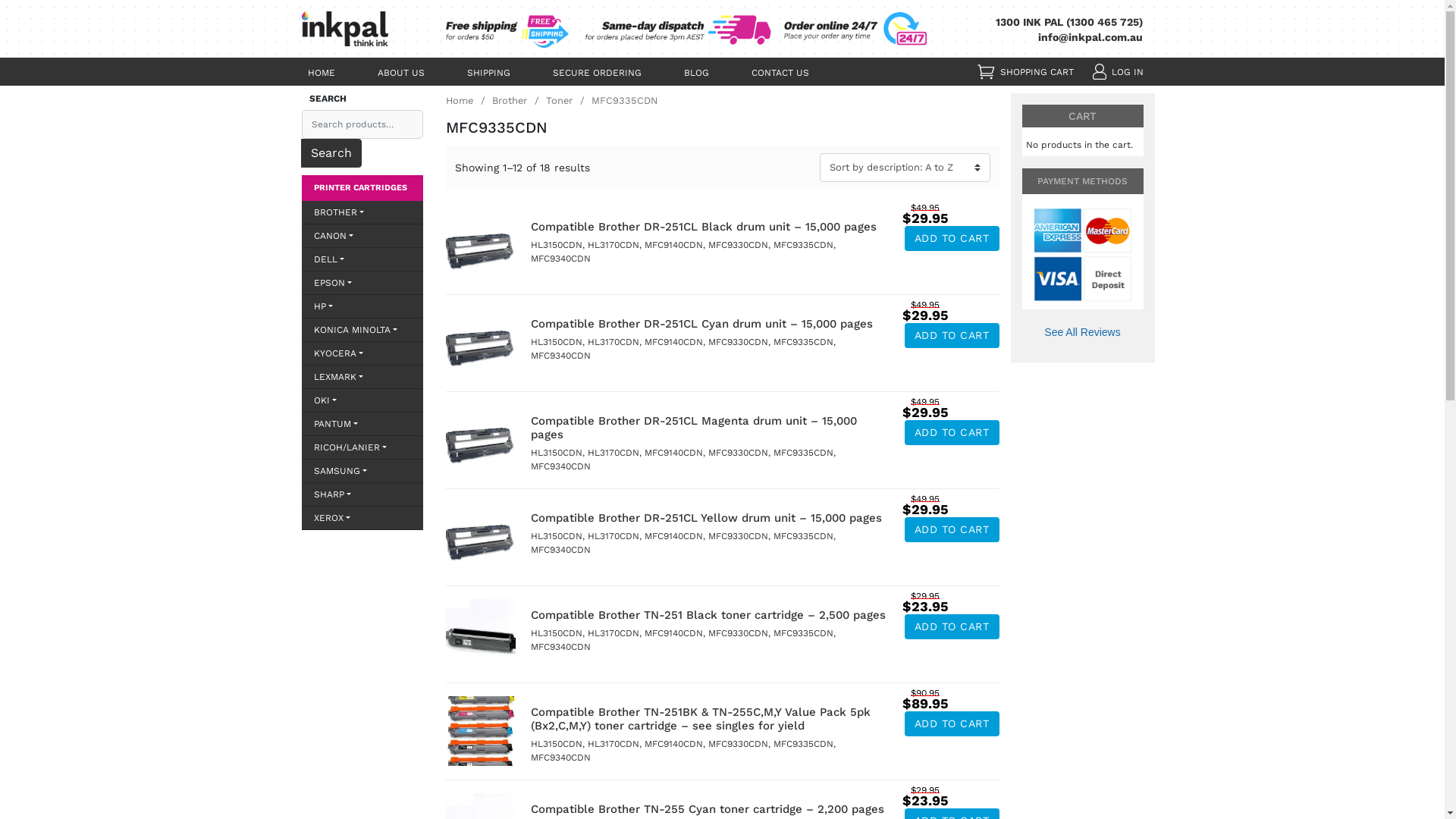 The image size is (1456, 819). I want to click on '1300 INK PAL (1300 465 725)', so click(996, 22).